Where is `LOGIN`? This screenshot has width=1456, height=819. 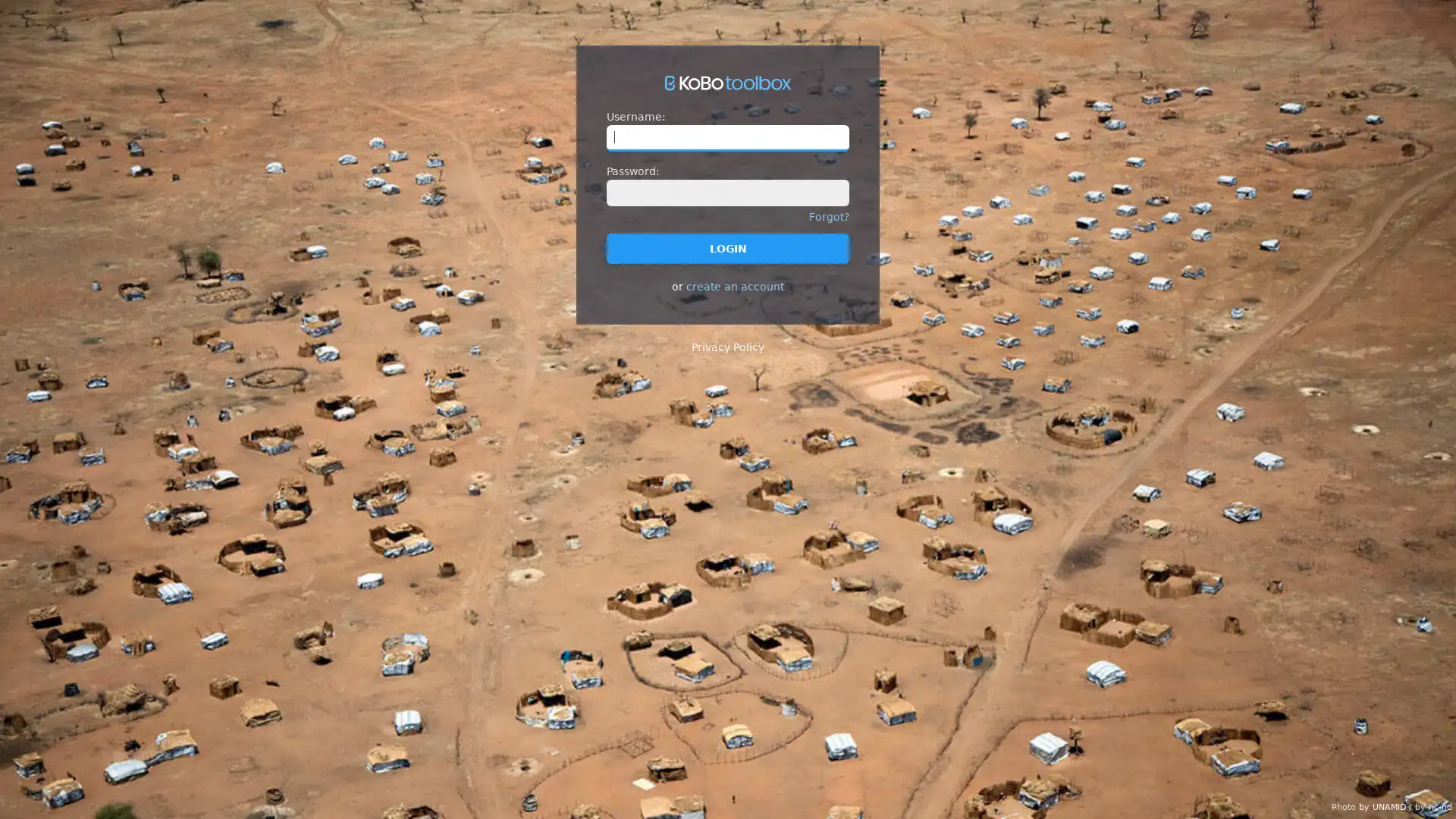 LOGIN is located at coordinates (728, 247).